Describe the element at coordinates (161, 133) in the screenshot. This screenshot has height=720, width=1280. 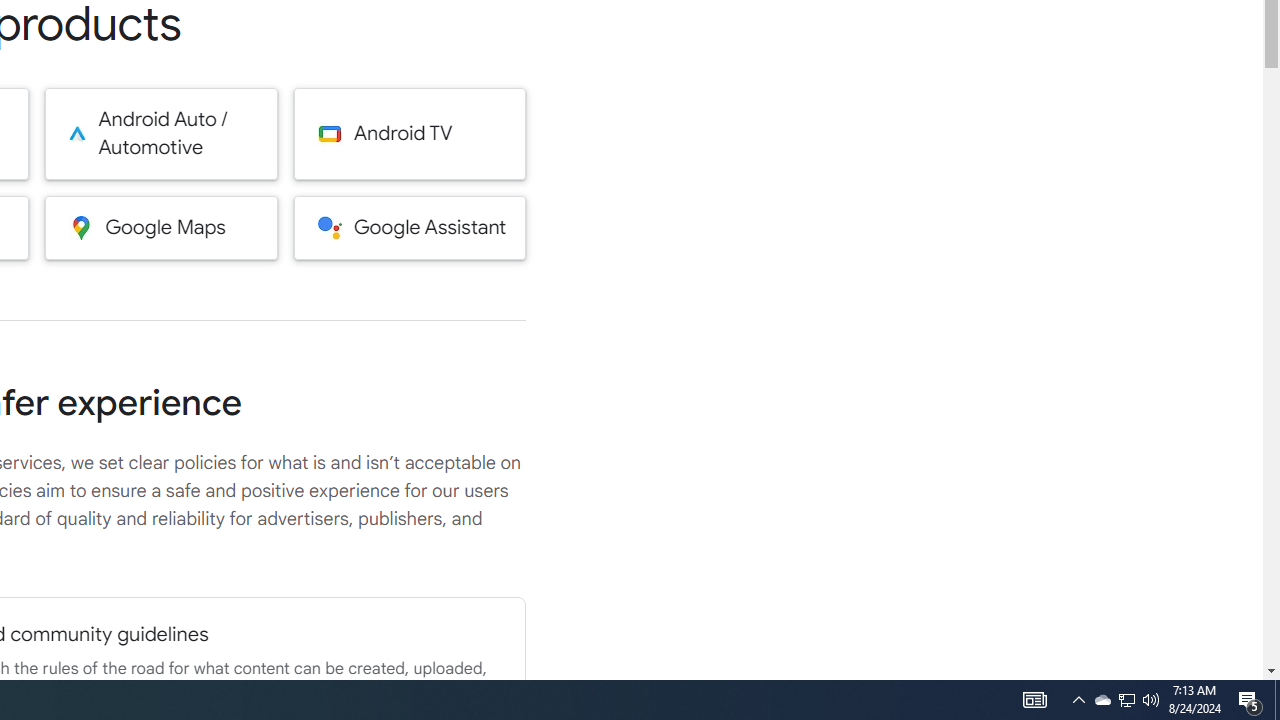
I see `'Android Auto / Automotive'` at that location.